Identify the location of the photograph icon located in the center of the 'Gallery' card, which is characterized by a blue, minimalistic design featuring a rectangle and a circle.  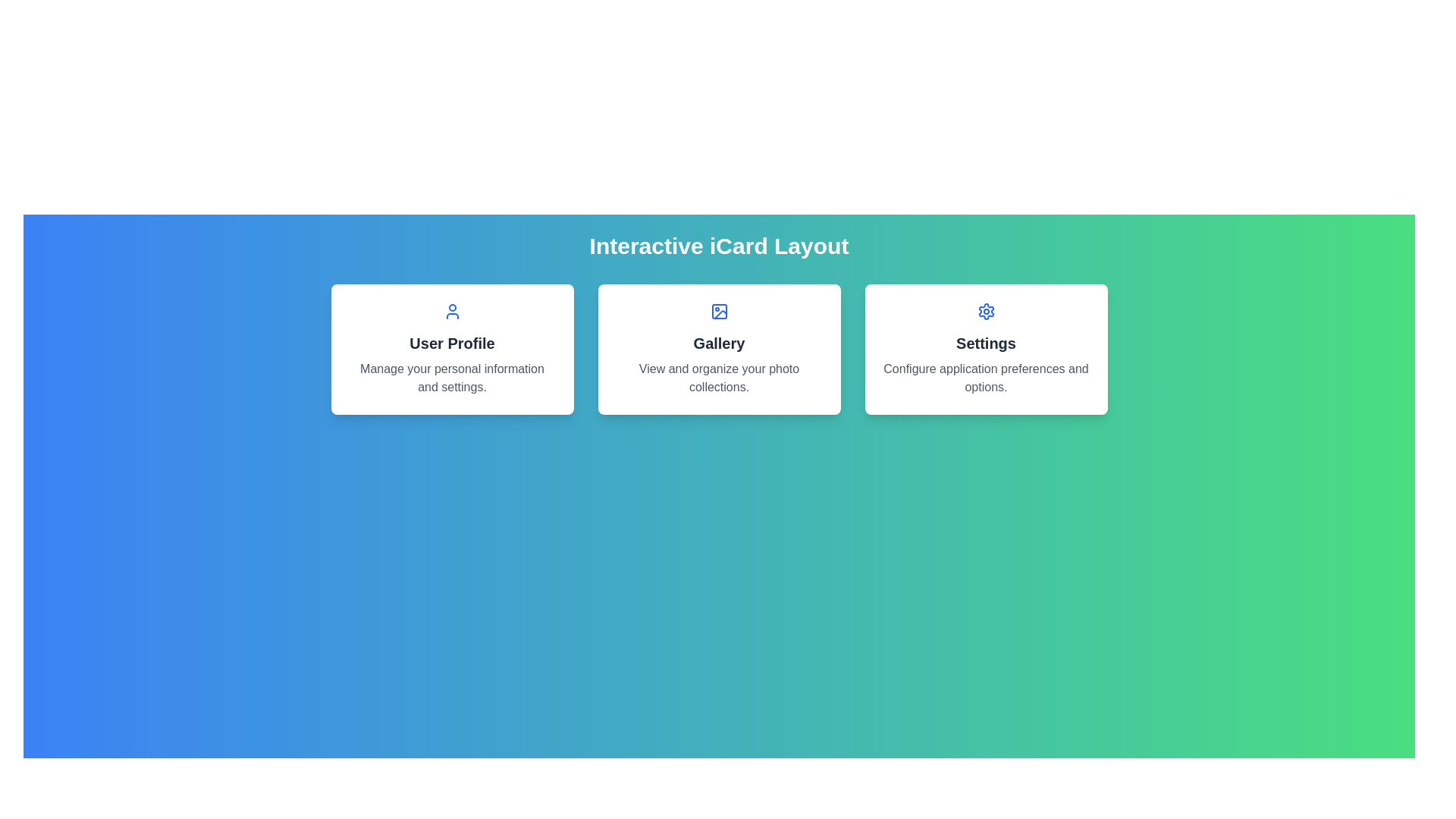
(718, 311).